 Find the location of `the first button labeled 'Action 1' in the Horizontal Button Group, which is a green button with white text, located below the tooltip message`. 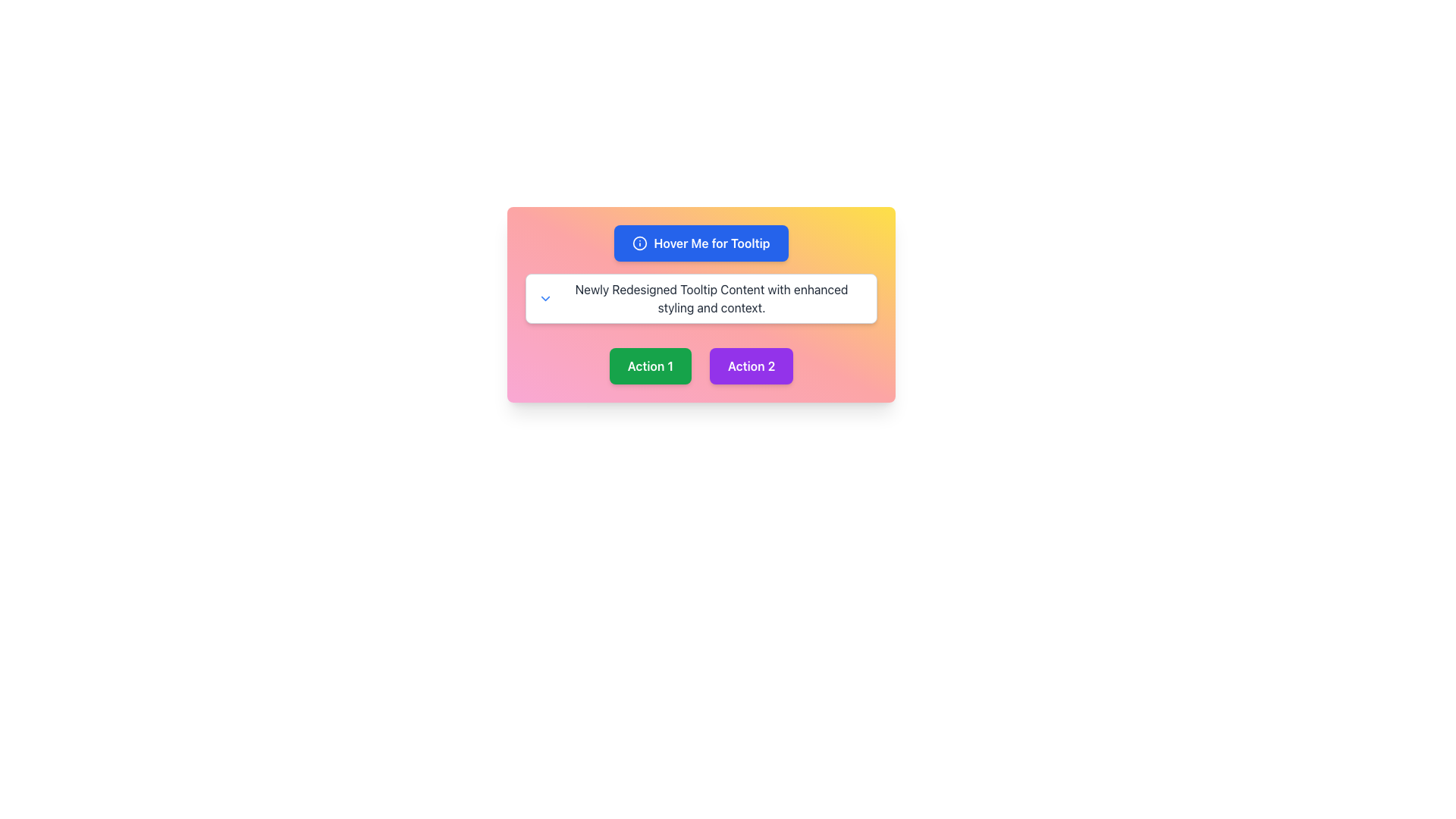

the first button labeled 'Action 1' in the Horizontal Button Group, which is a green button with white text, located below the tooltip message is located at coordinates (701, 359).